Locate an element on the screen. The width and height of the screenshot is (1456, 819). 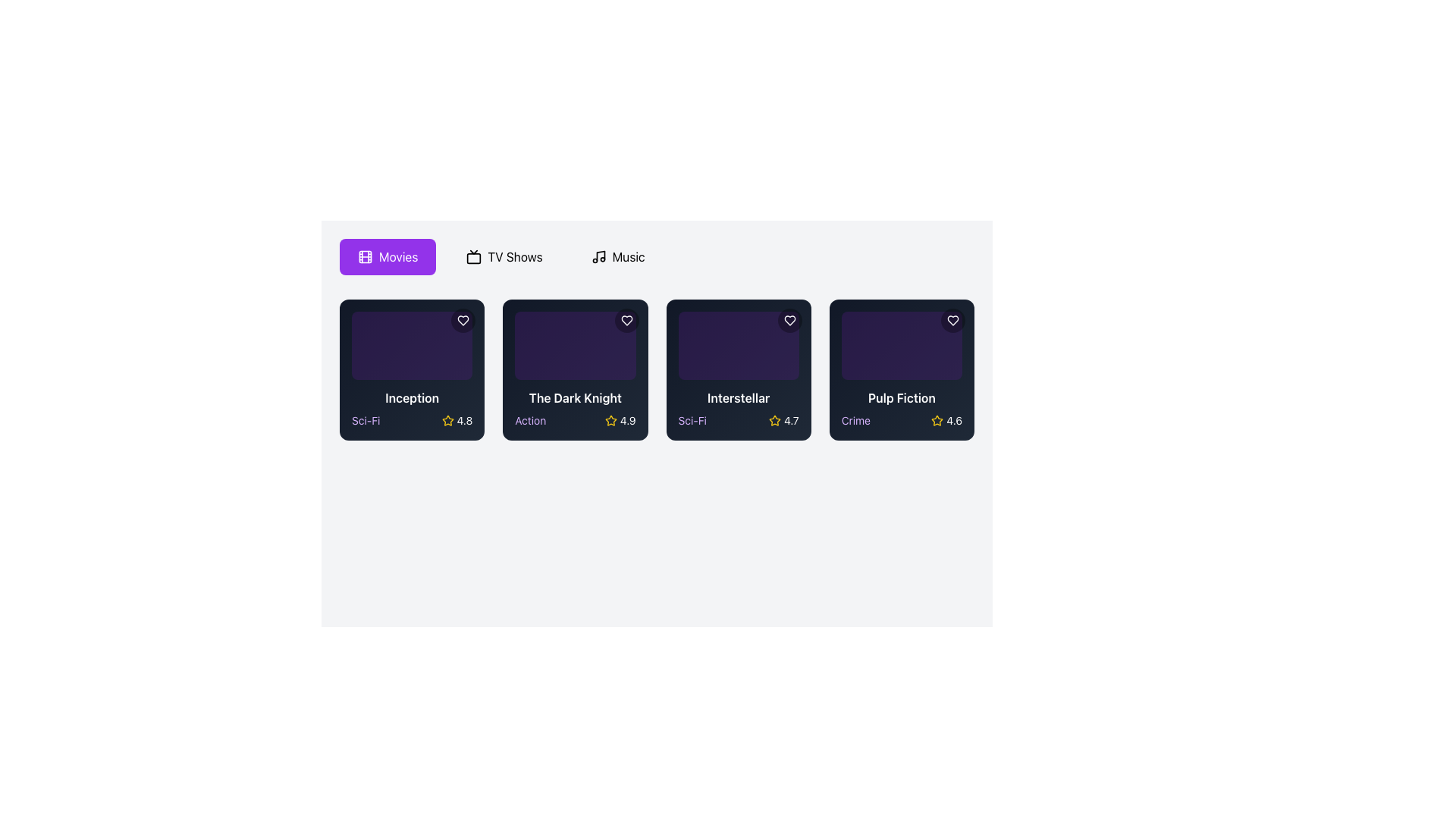
the heart icon located in the top-right corner of the 'Inception' card is located at coordinates (463, 320).